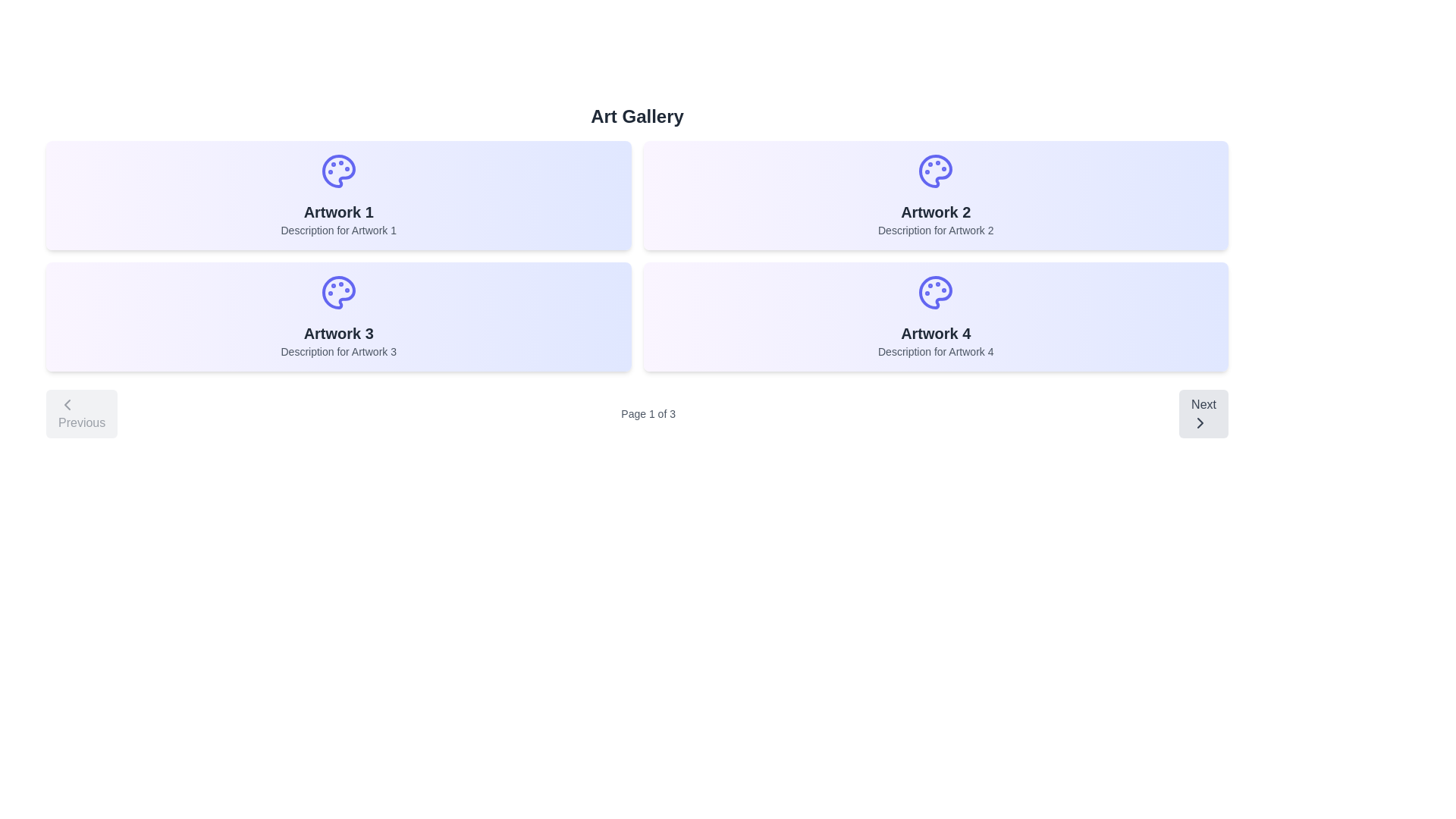  Describe the element at coordinates (337, 332) in the screenshot. I see `the text label located in the middle of the second row under the 'Art Gallery' section` at that location.